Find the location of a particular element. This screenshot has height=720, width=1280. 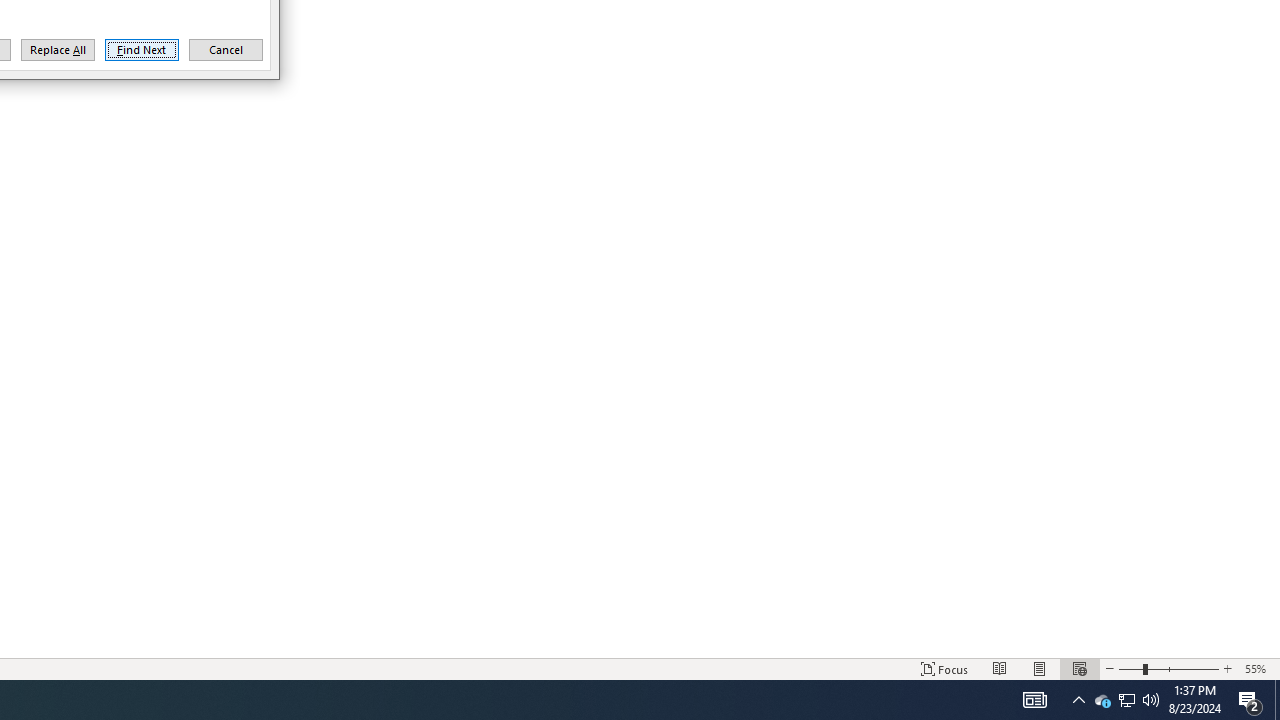

'Notification Chevron' is located at coordinates (1078, 698).